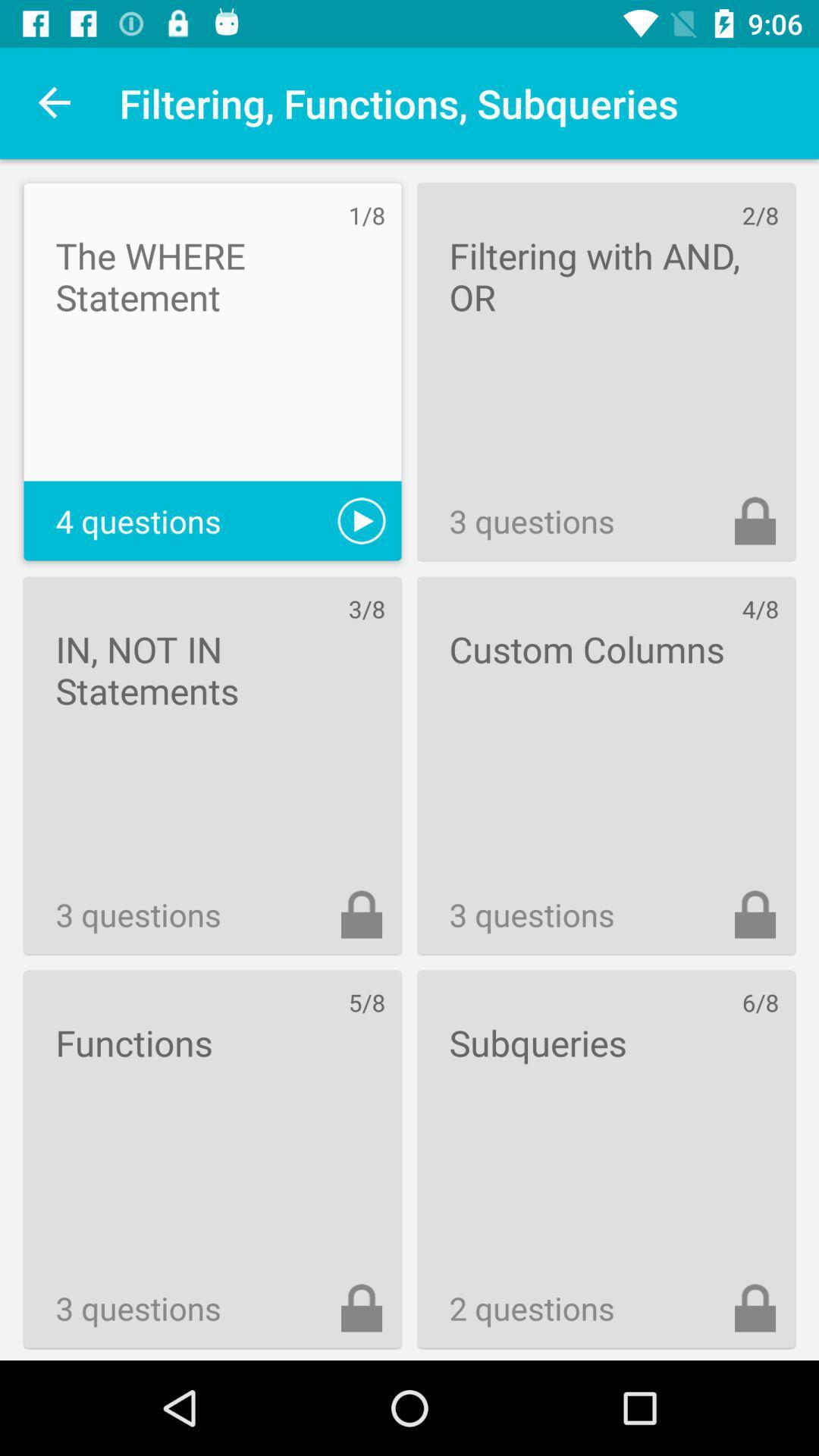 This screenshot has height=1456, width=819. Describe the element at coordinates (55, 102) in the screenshot. I see `icon next to the filtering, functions, subqueries` at that location.